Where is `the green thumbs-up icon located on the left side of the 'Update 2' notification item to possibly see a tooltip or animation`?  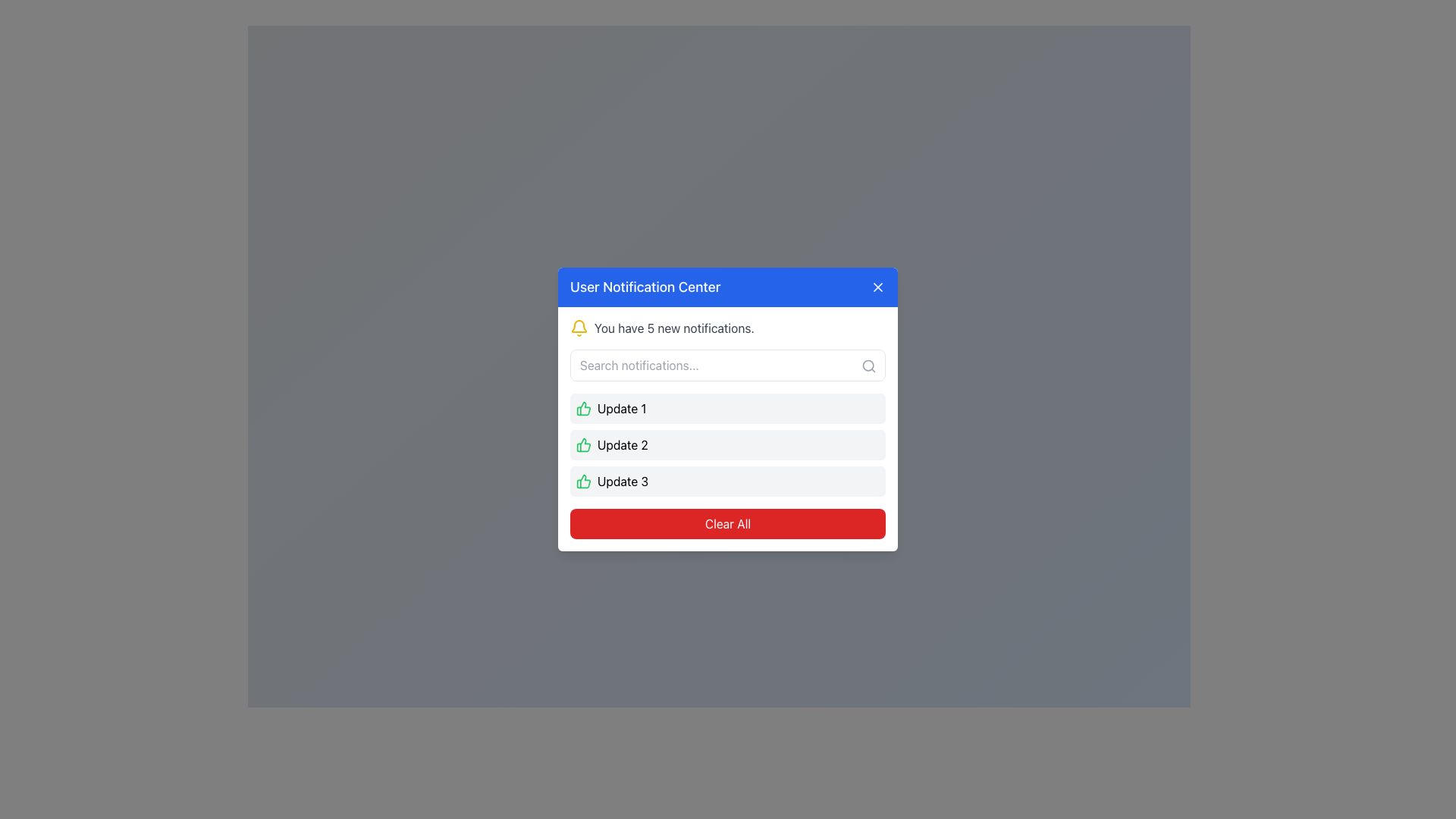 the green thumbs-up icon located on the left side of the 'Update 2' notification item to possibly see a tooltip or animation is located at coordinates (582, 444).